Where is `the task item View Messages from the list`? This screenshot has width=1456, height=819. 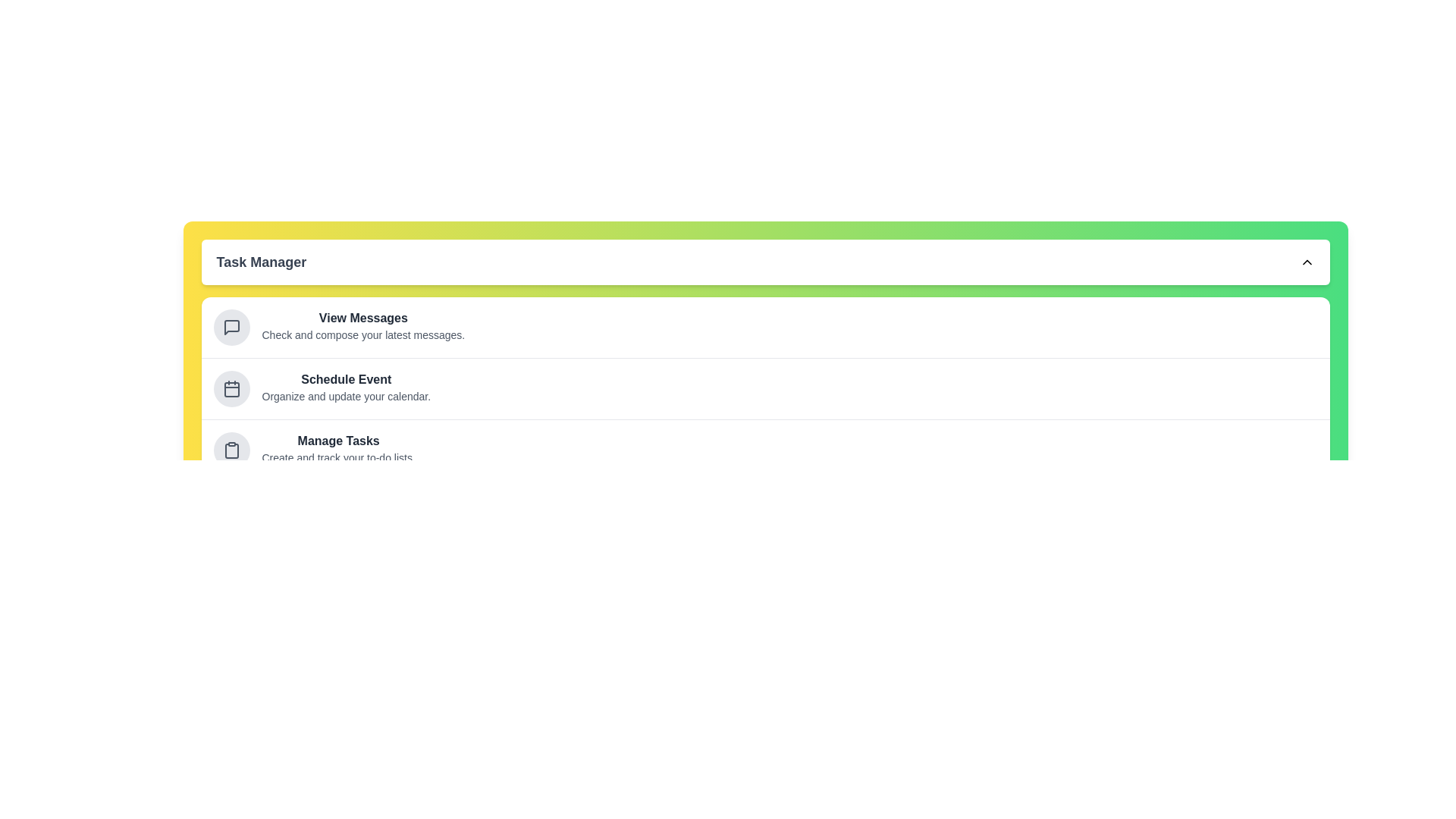
the task item View Messages from the list is located at coordinates (231, 327).